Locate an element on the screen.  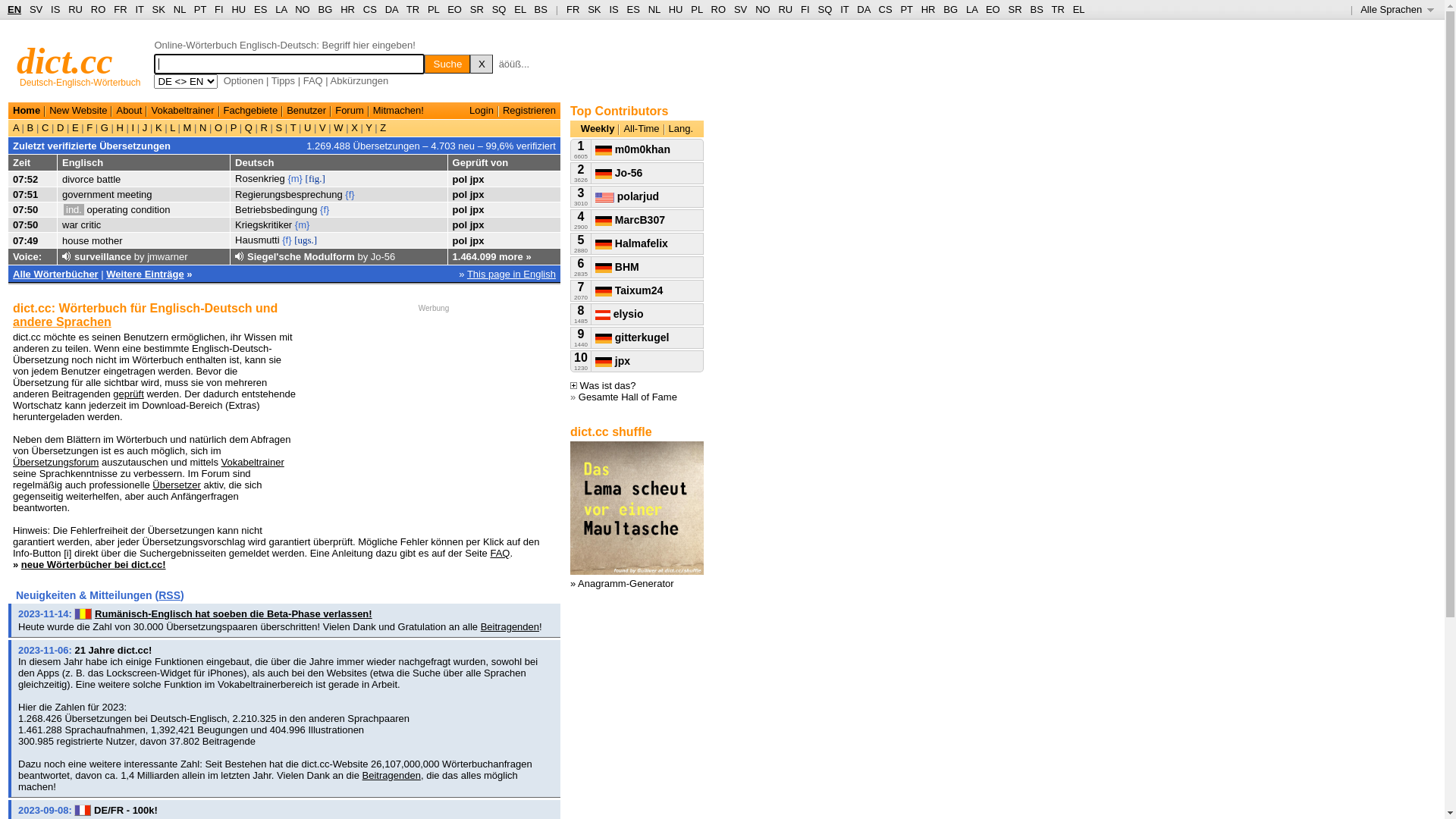
'FR' is located at coordinates (572, 9).